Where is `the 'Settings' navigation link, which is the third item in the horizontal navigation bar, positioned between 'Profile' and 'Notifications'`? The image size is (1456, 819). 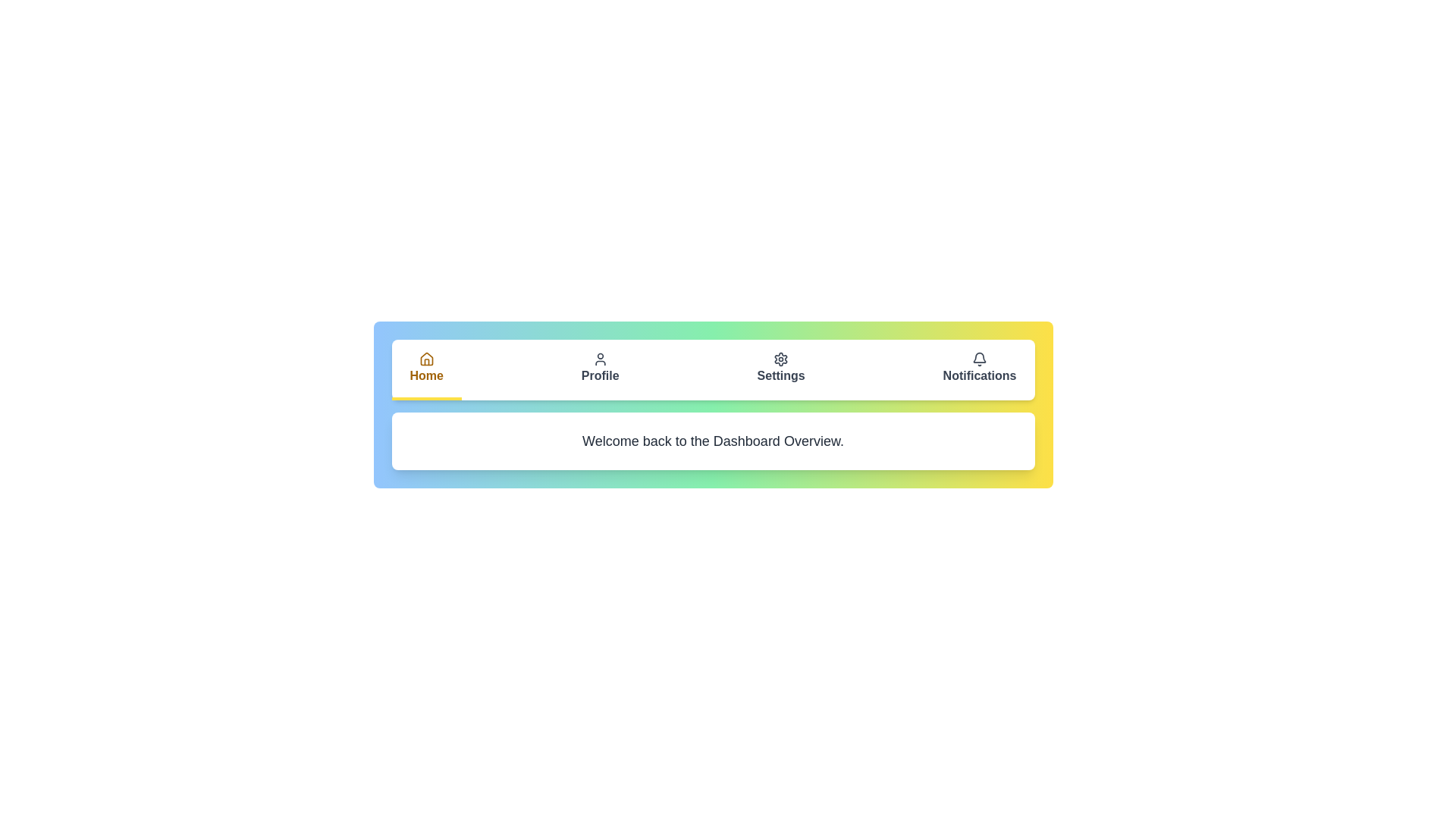
the 'Settings' navigation link, which is the third item in the horizontal navigation bar, positioned between 'Profile' and 'Notifications' is located at coordinates (781, 370).